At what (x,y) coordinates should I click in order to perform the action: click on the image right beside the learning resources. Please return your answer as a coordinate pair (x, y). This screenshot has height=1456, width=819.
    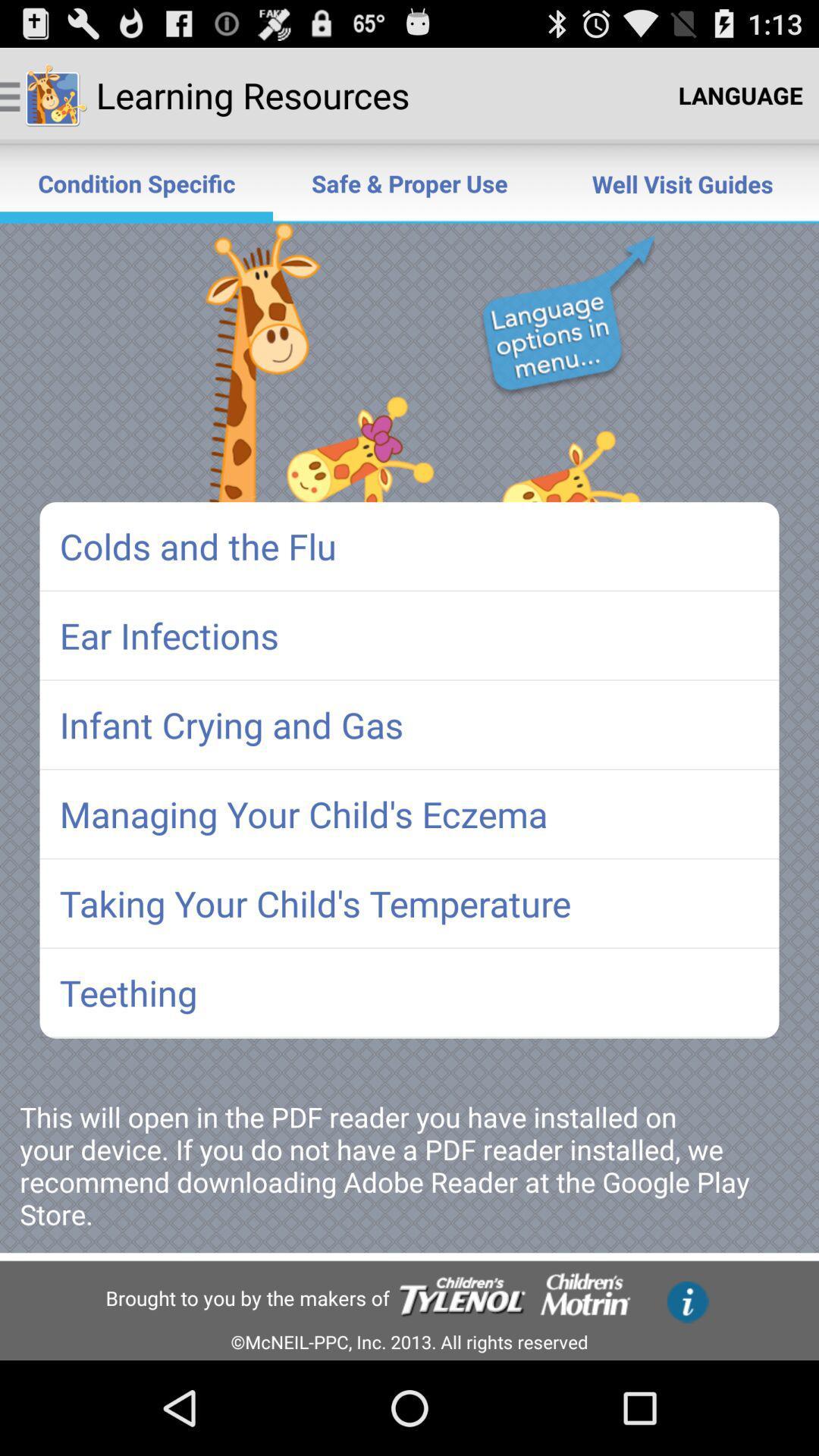
    Looking at the image, I should click on (55, 94).